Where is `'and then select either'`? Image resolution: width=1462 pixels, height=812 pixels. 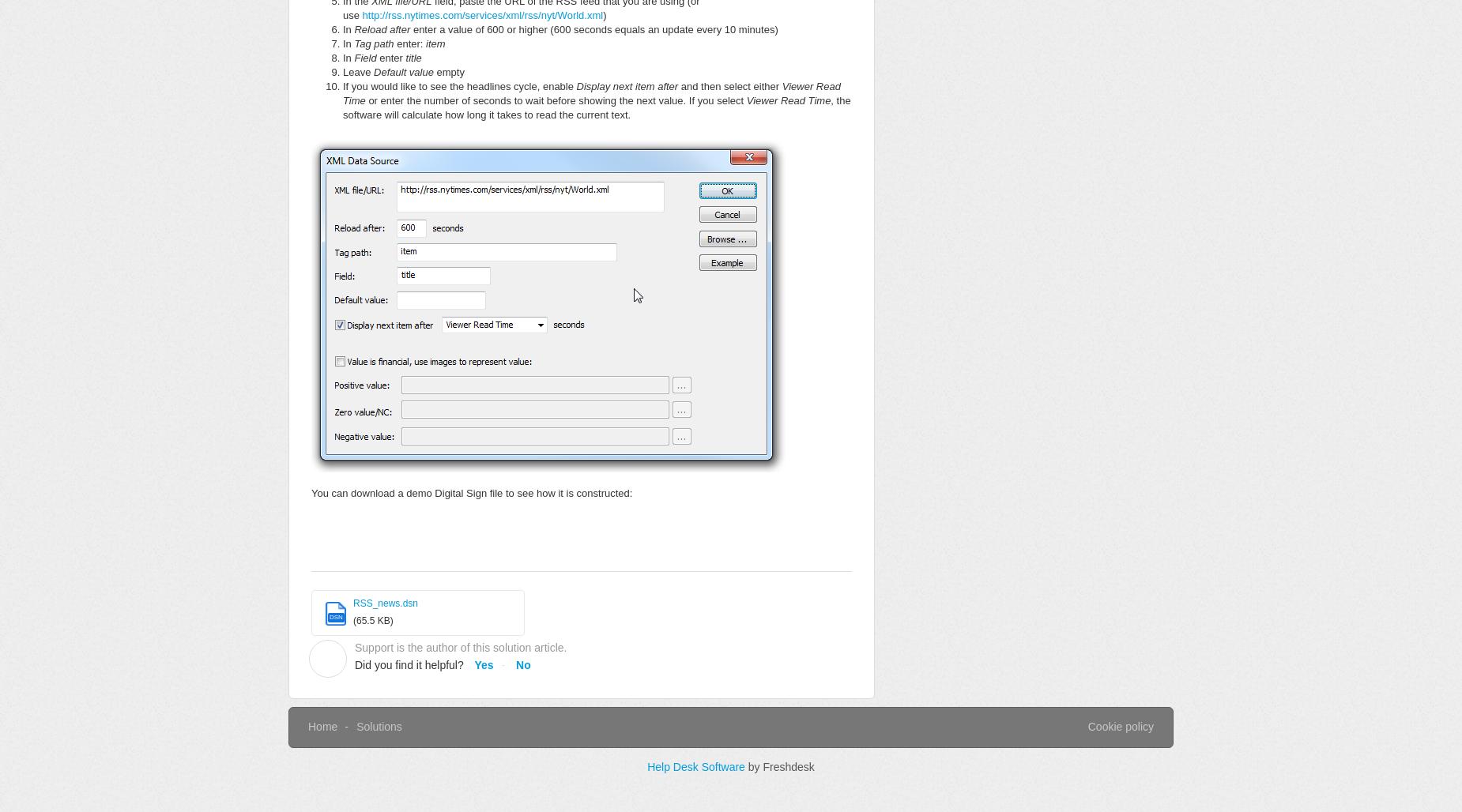
'and then select either' is located at coordinates (731, 85).